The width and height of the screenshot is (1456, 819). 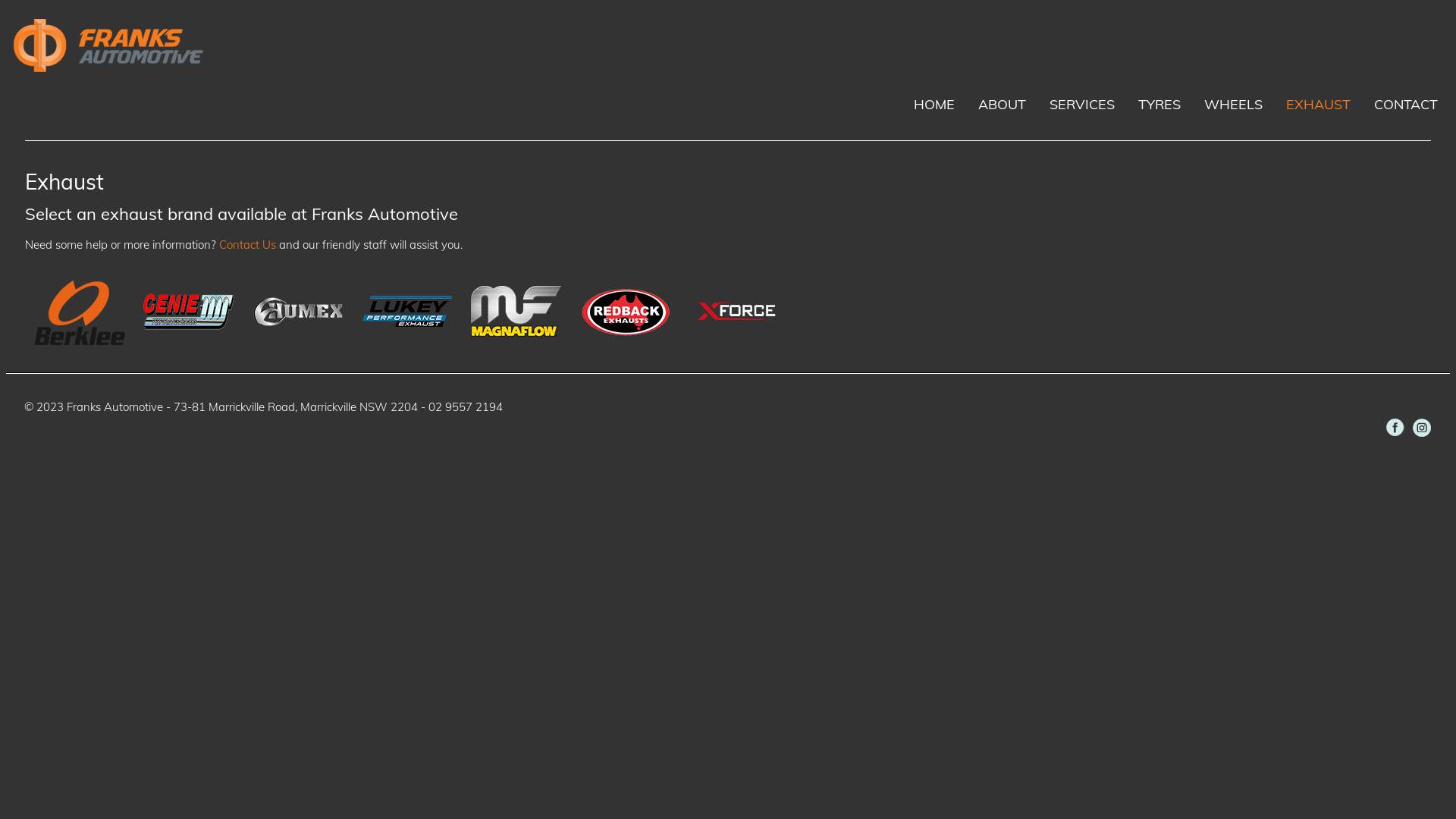 I want to click on 'WHEELS', so click(x=1233, y=103).